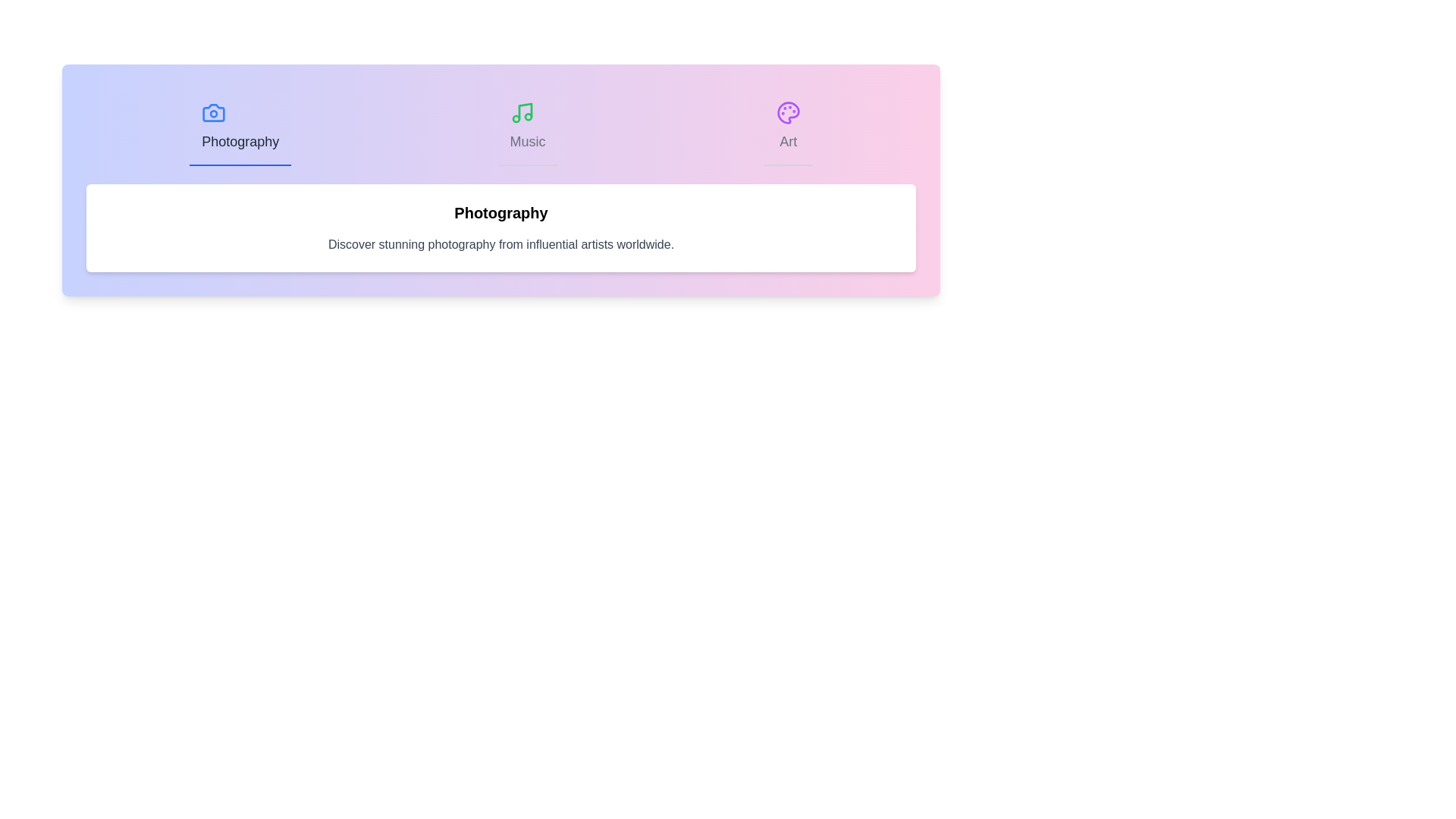 The width and height of the screenshot is (1456, 819). Describe the element at coordinates (240, 127) in the screenshot. I see `the Photography tab to activate it and view its content` at that location.